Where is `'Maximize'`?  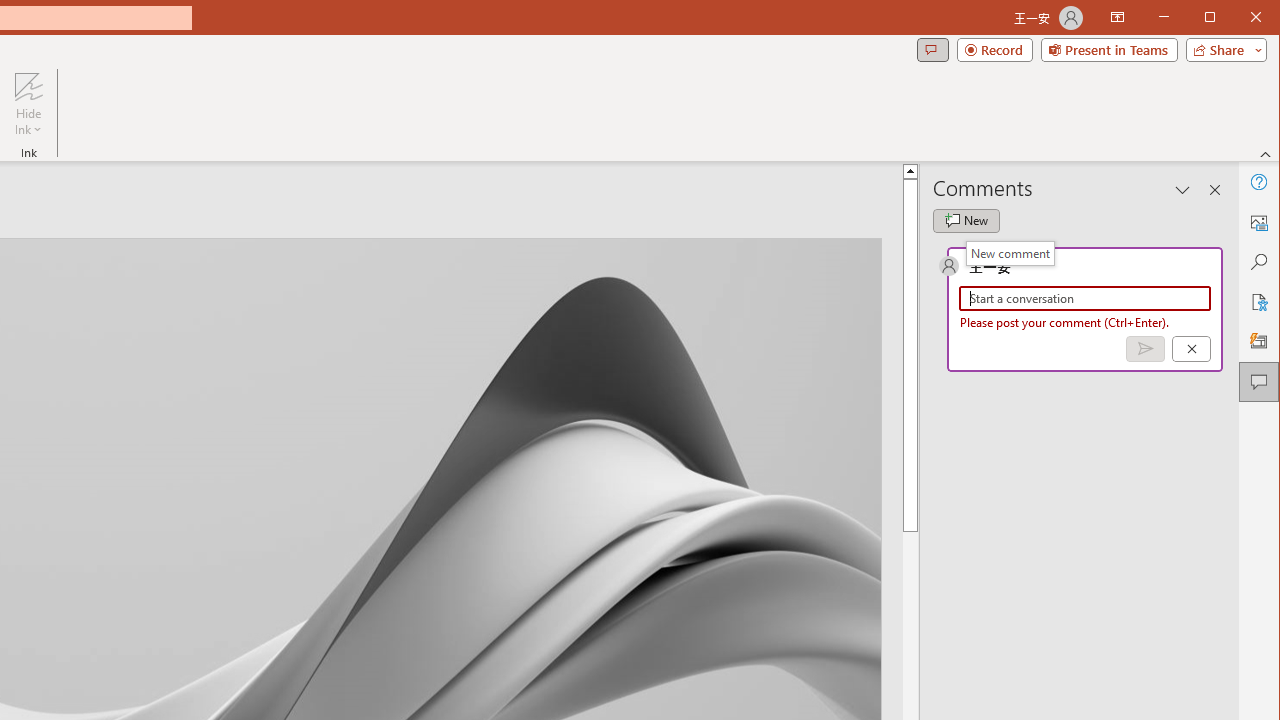 'Maximize' is located at coordinates (1238, 19).